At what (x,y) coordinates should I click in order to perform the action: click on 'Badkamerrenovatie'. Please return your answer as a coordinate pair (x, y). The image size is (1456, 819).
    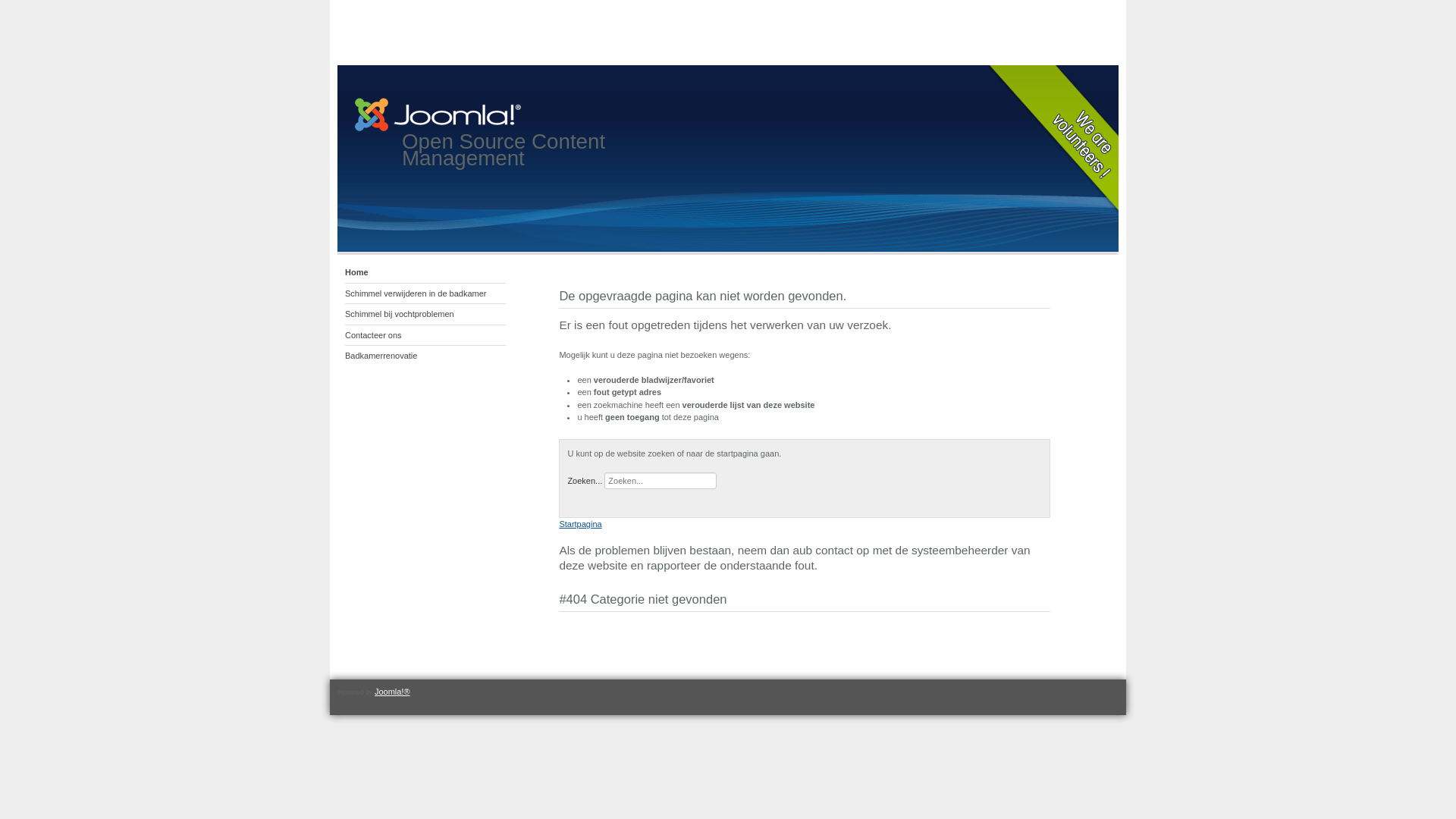
    Looking at the image, I should click on (425, 356).